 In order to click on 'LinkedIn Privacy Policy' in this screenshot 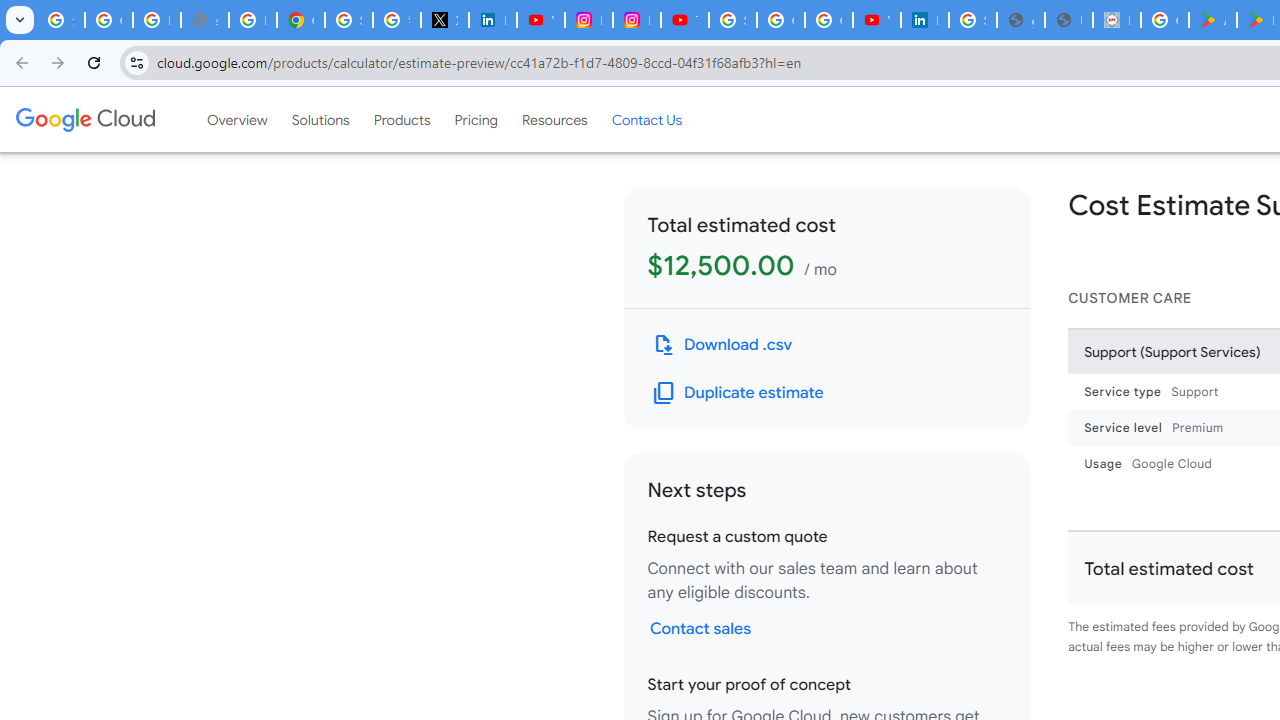, I will do `click(492, 20)`.